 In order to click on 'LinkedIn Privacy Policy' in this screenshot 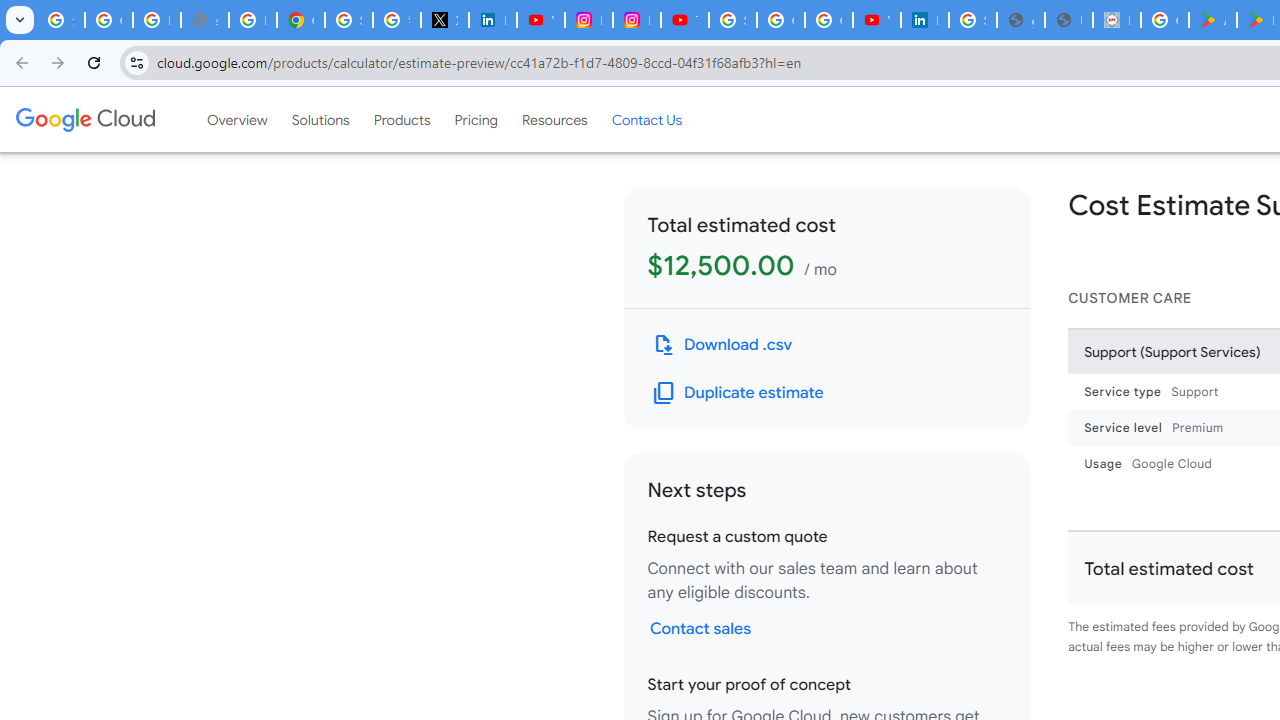, I will do `click(492, 20)`.